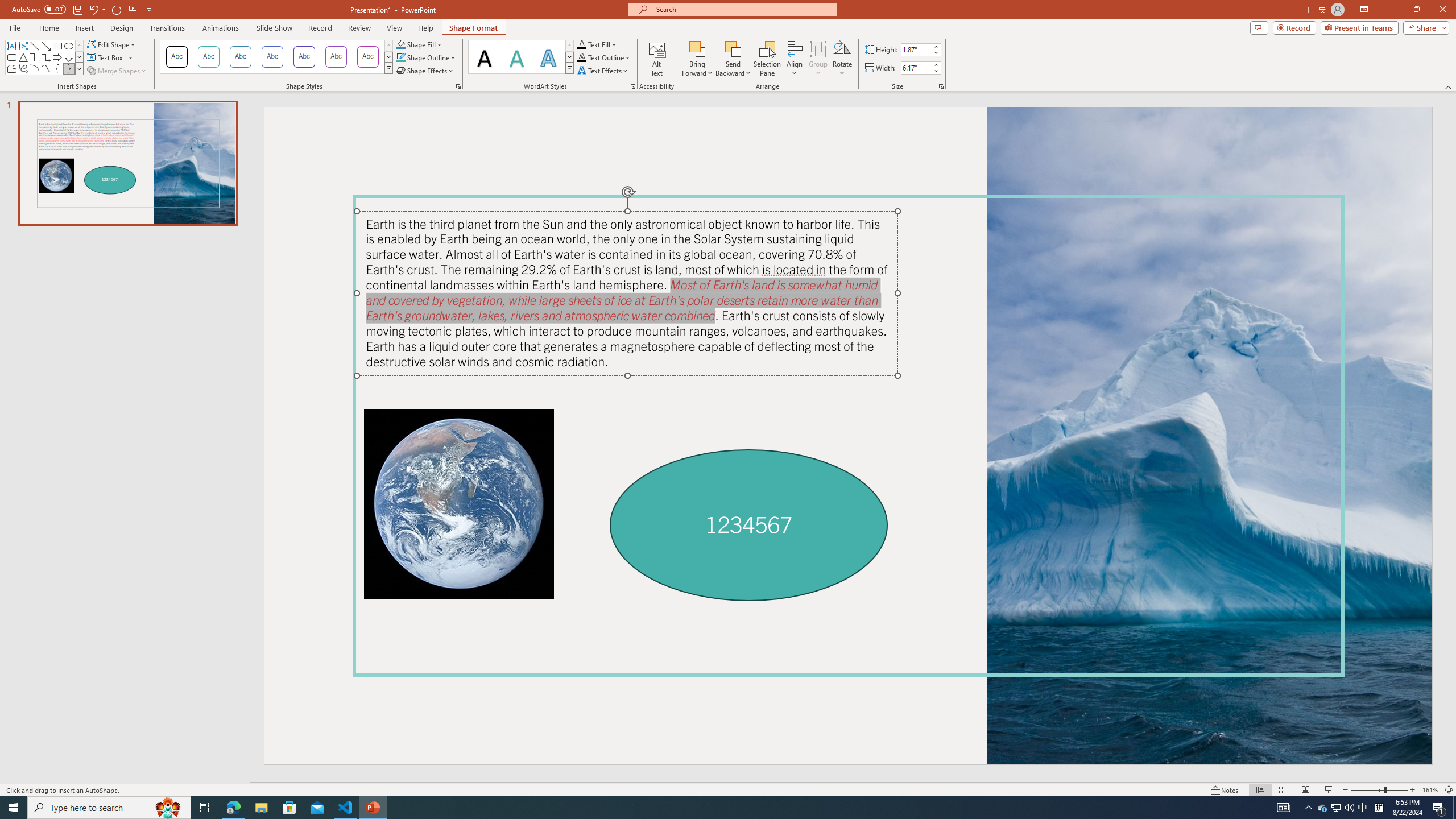 The width and height of the screenshot is (1456, 819). I want to click on 'Fill: Black, Text color 1; Shadow', so click(484, 56).